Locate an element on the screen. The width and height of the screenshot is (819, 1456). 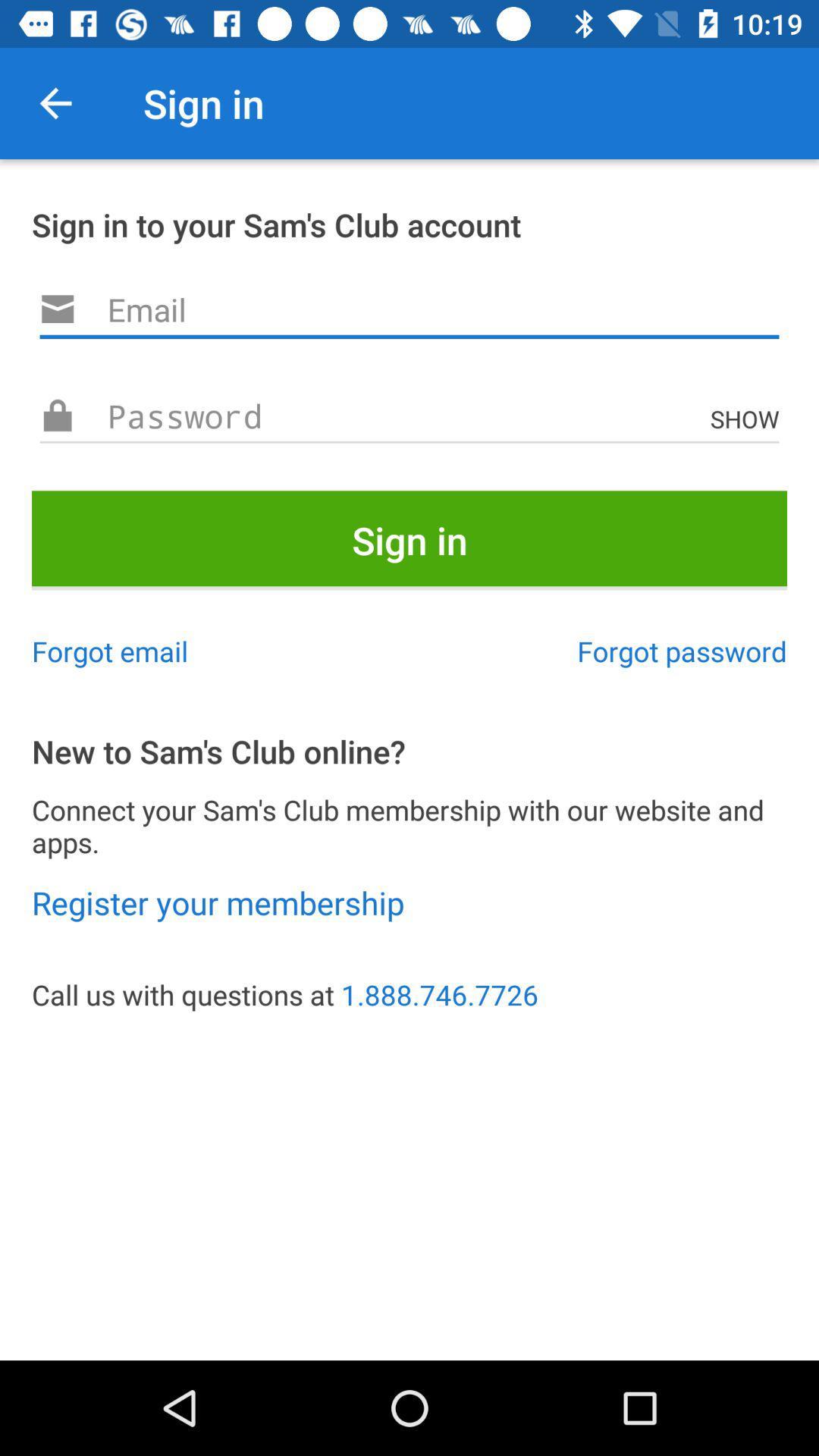
the item on the right is located at coordinates (681, 651).